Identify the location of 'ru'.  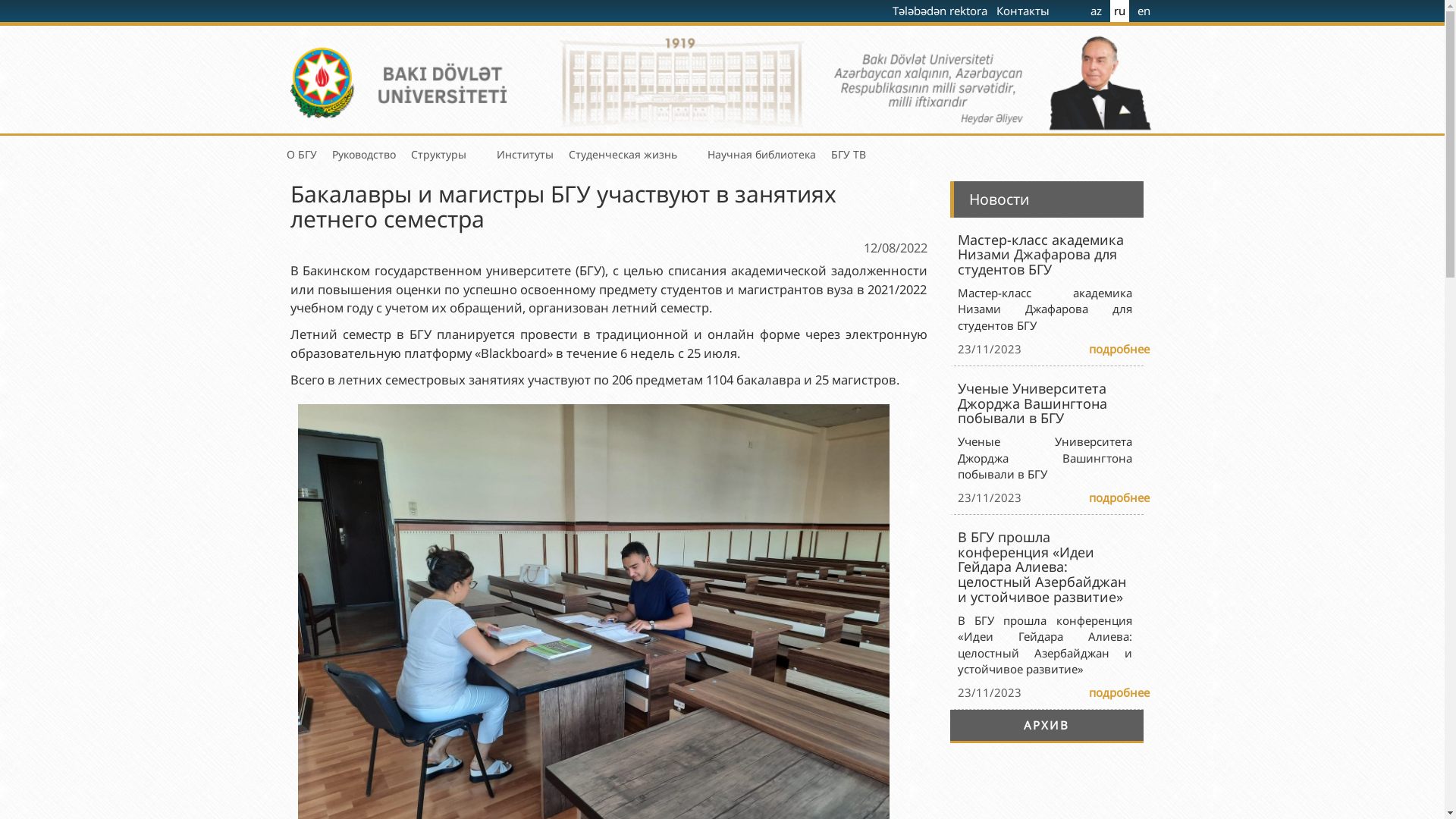
(1119, 11).